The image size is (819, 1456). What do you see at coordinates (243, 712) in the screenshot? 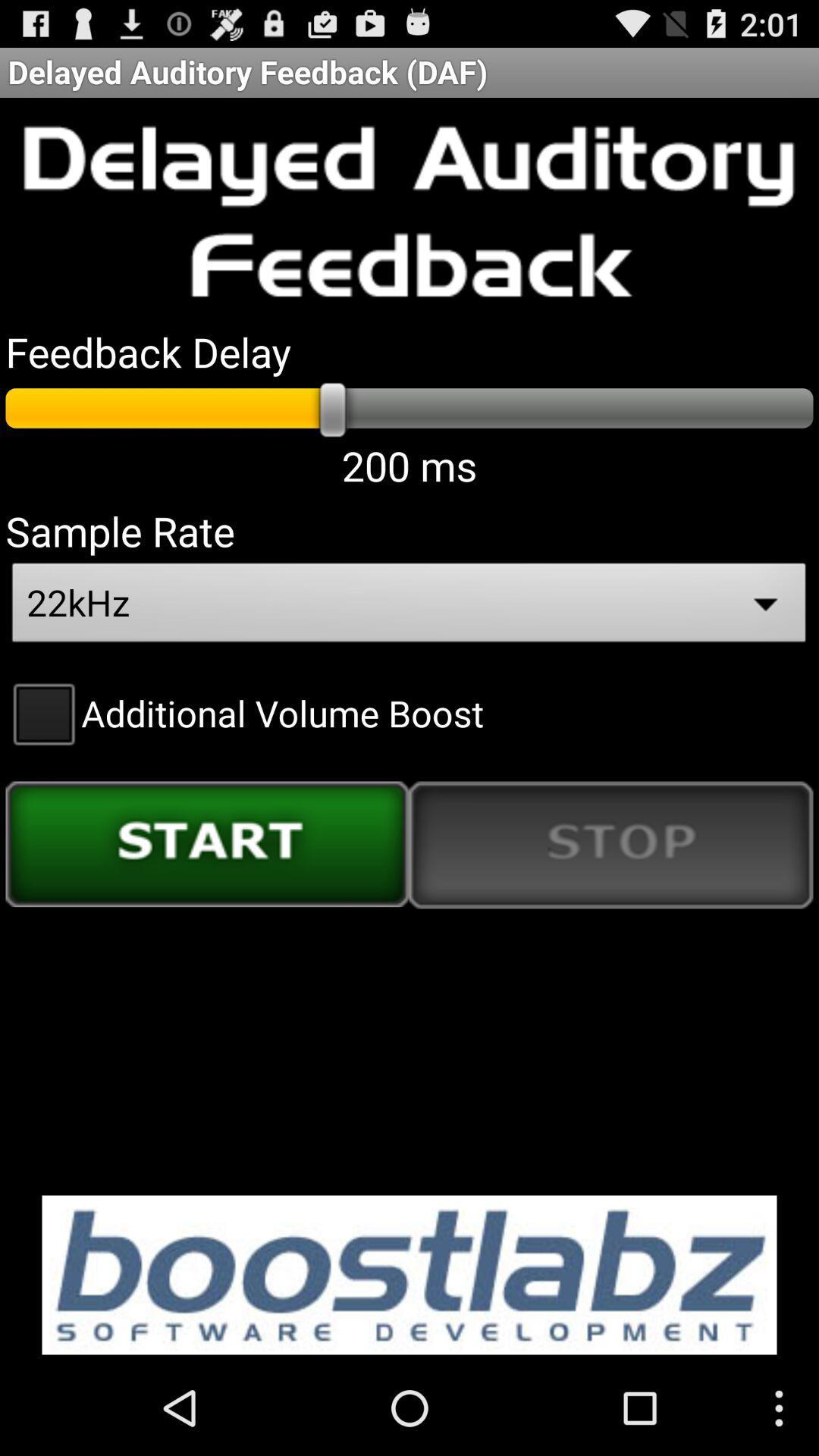
I see `additional volume boost checkbox` at bounding box center [243, 712].